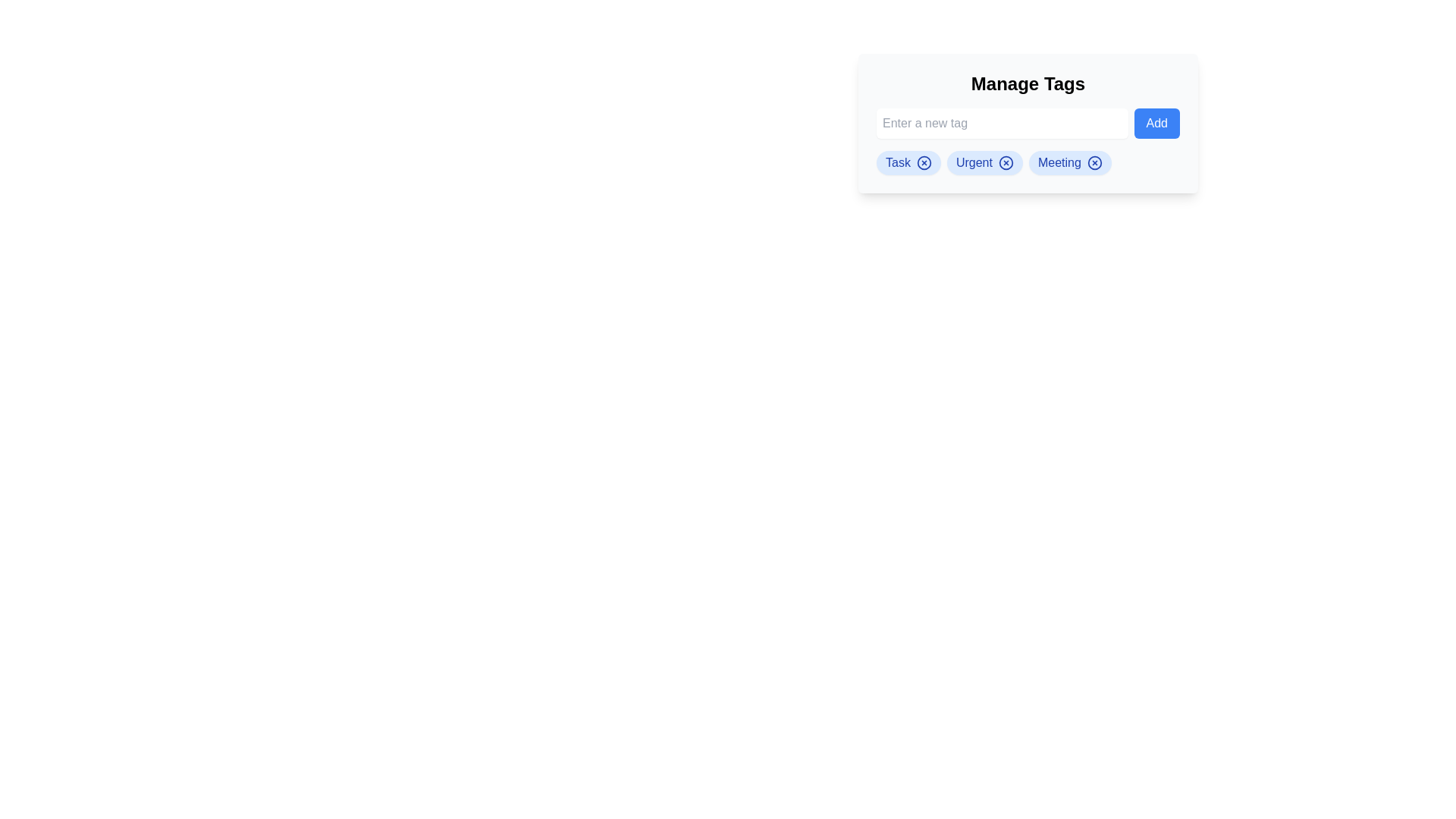 This screenshot has width=1456, height=819. Describe the element at coordinates (898, 163) in the screenshot. I see `the 'Task' label displayed within the 'Manage Tags' section to interact with it` at that location.